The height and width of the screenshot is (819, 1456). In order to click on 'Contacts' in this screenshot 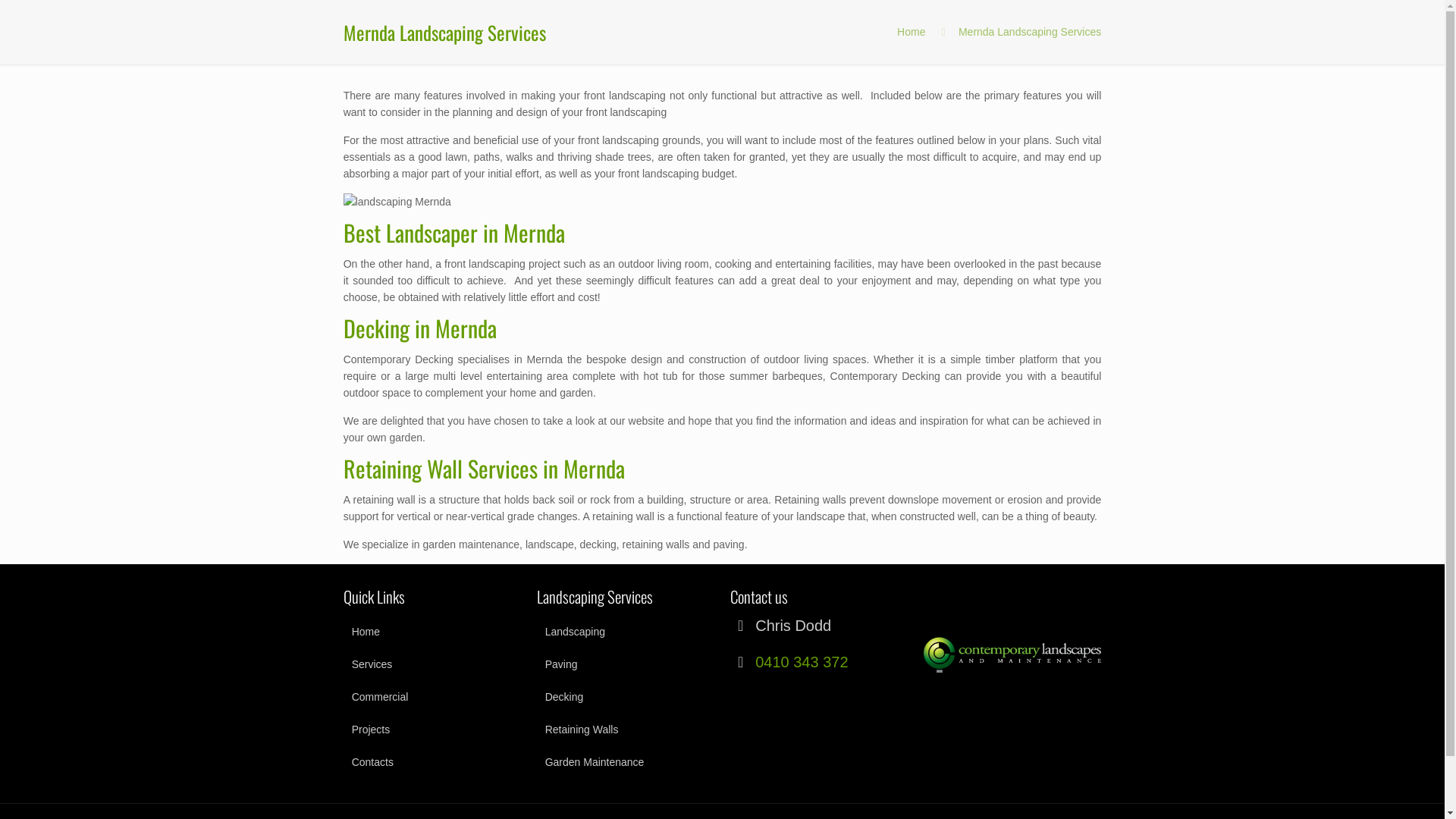, I will do `click(431, 762)`.